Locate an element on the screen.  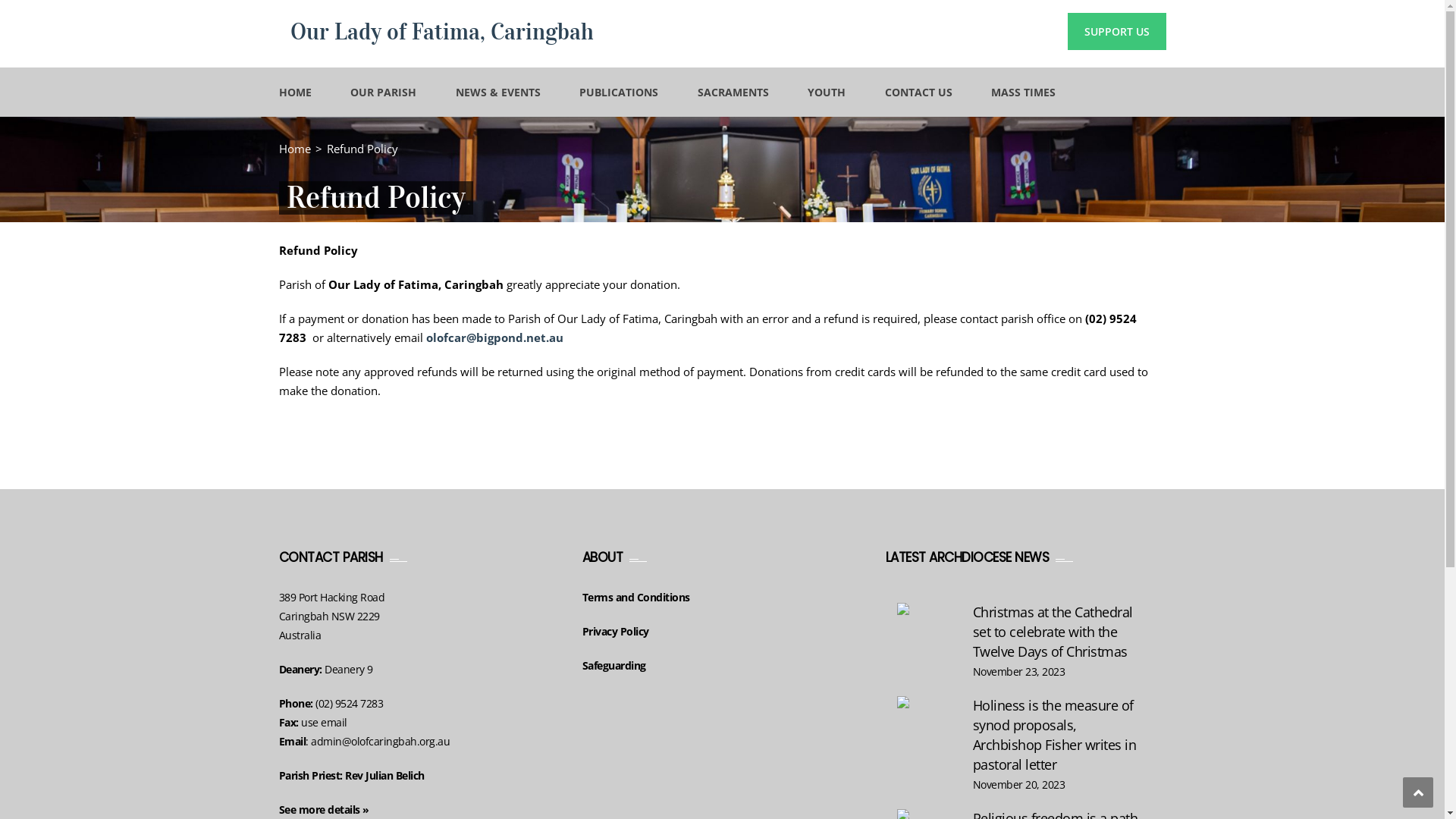
'Terms and Conditions' is located at coordinates (582, 596).